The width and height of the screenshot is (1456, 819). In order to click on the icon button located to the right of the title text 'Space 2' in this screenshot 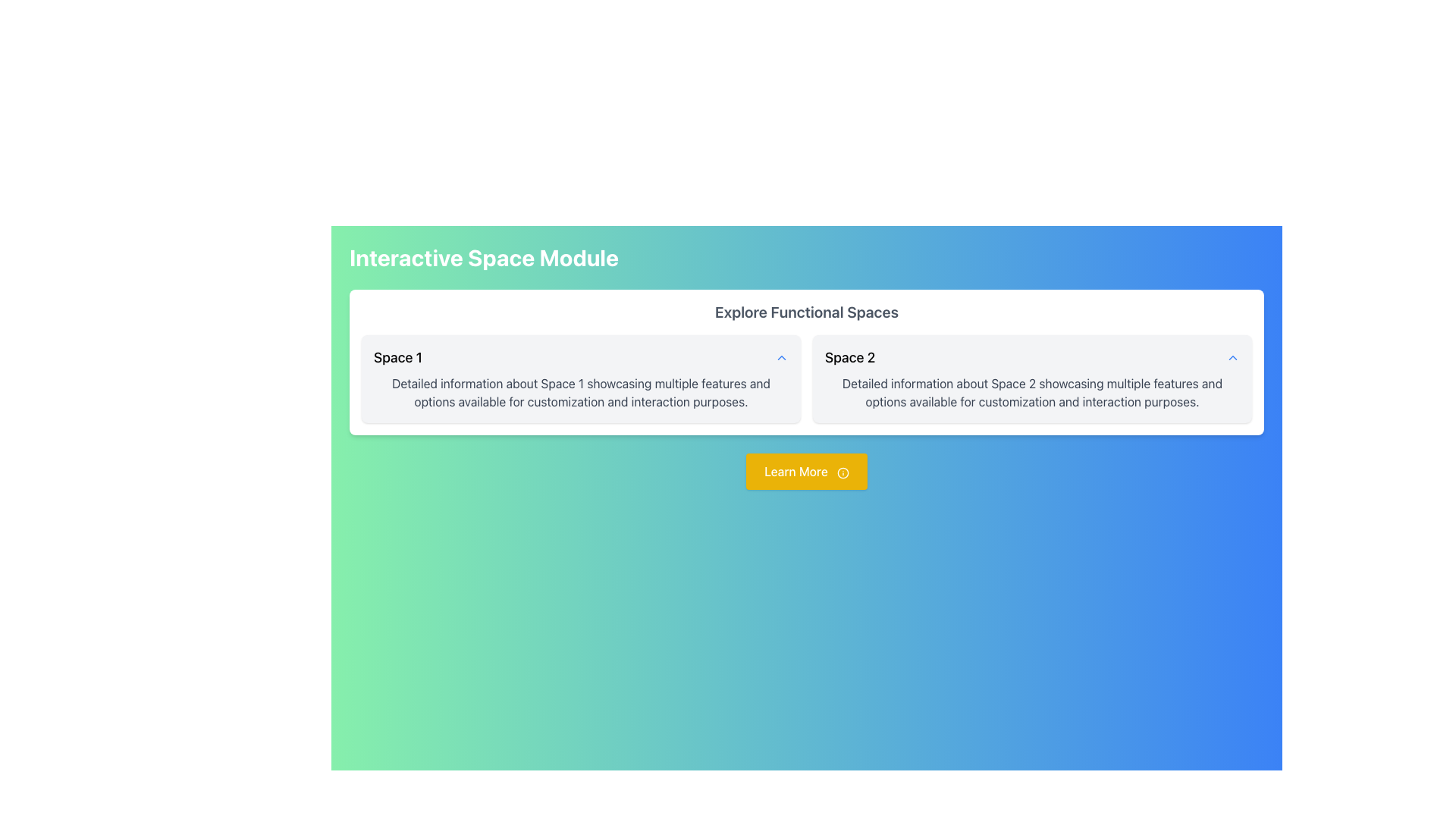, I will do `click(1233, 357)`.